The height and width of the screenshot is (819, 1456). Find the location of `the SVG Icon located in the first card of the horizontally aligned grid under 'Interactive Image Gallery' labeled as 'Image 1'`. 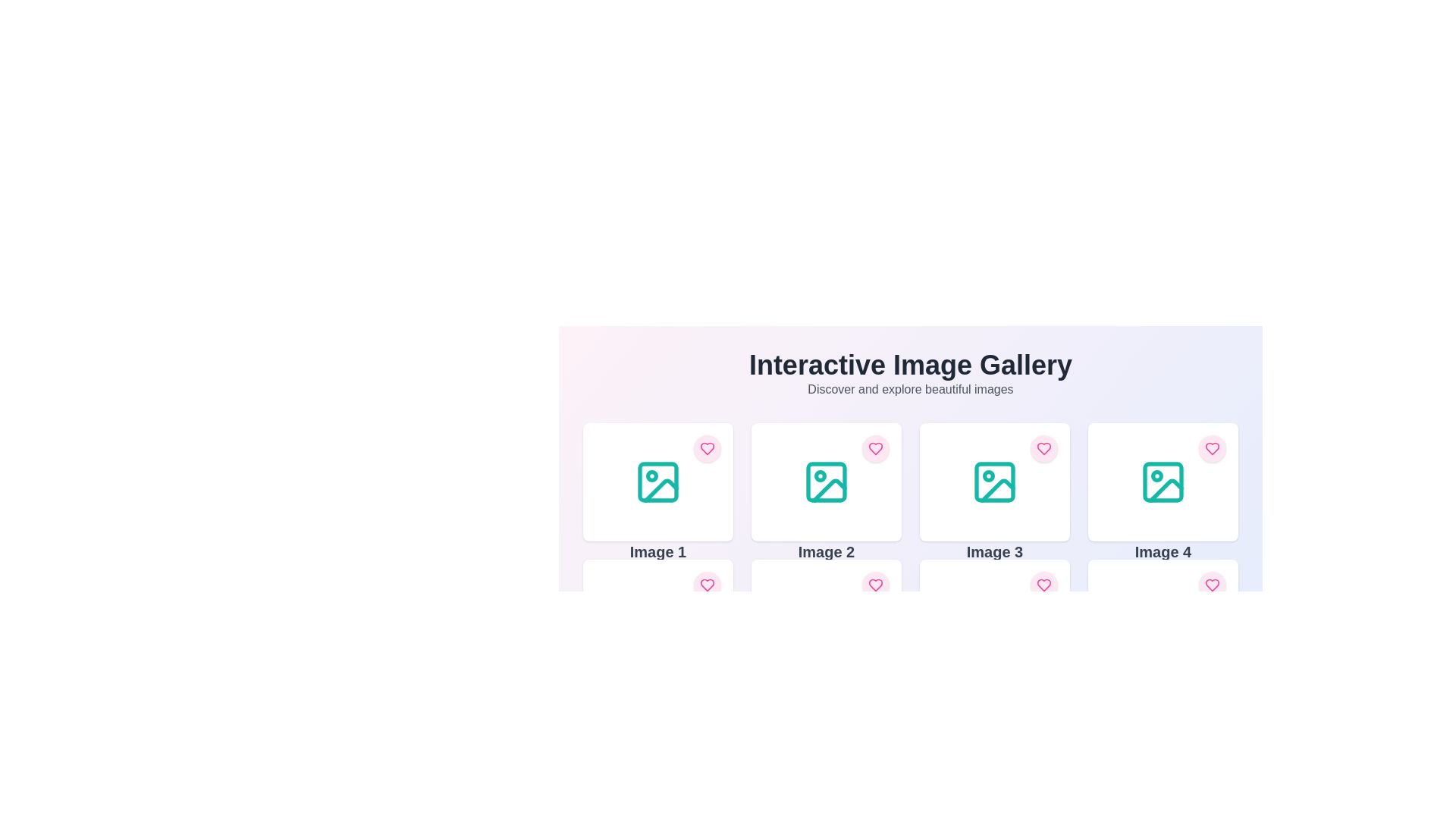

the SVG Icon located in the first card of the horizontally aligned grid under 'Interactive Image Gallery' labeled as 'Image 1' is located at coordinates (658, 482).